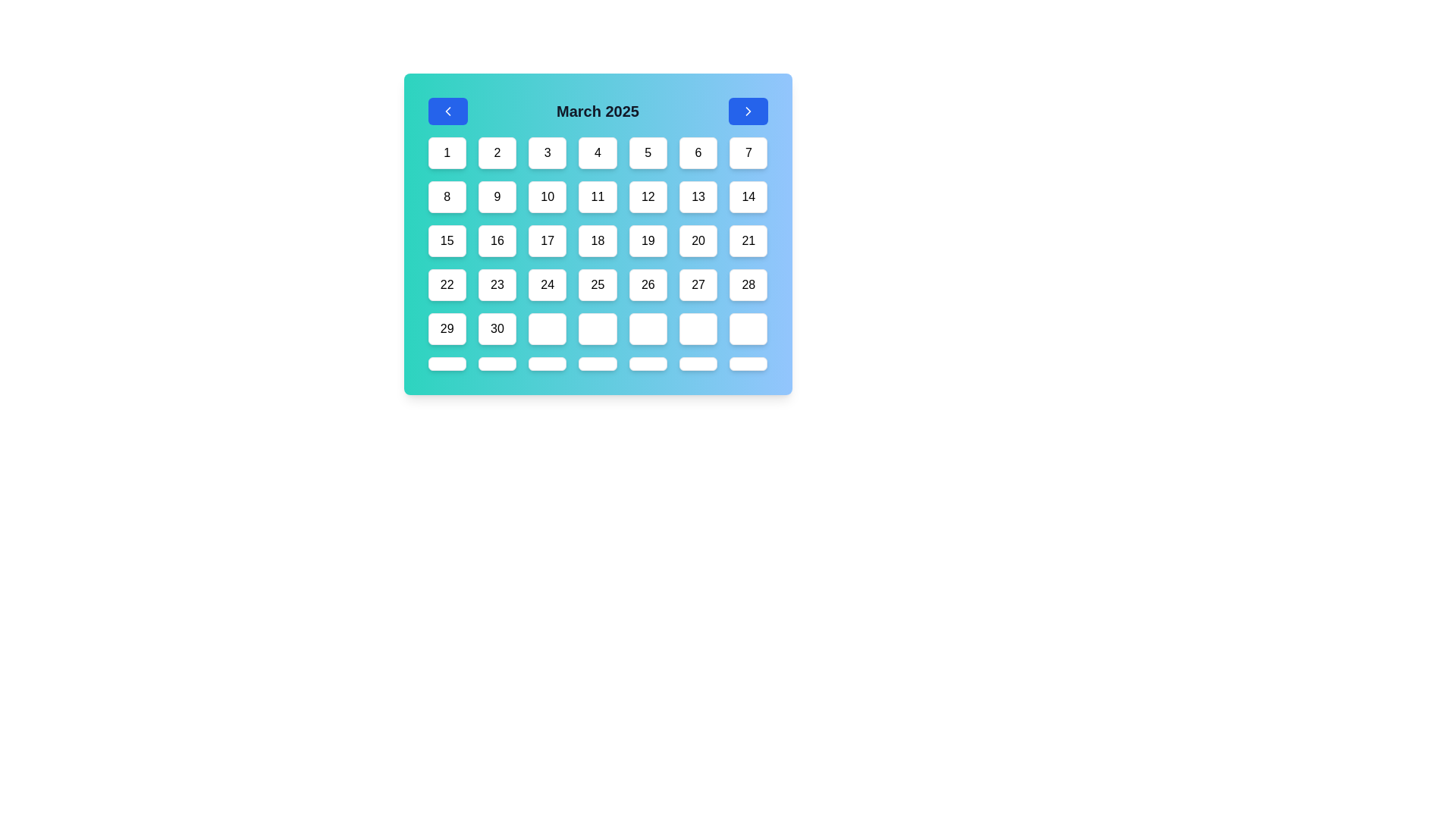 The height and width of the screenshot is (819, 1456). Describe the element at coordinates (648, 240) in the screenshot. I see `the date button representing '19' in the March 2025 calendar layout` at that location.